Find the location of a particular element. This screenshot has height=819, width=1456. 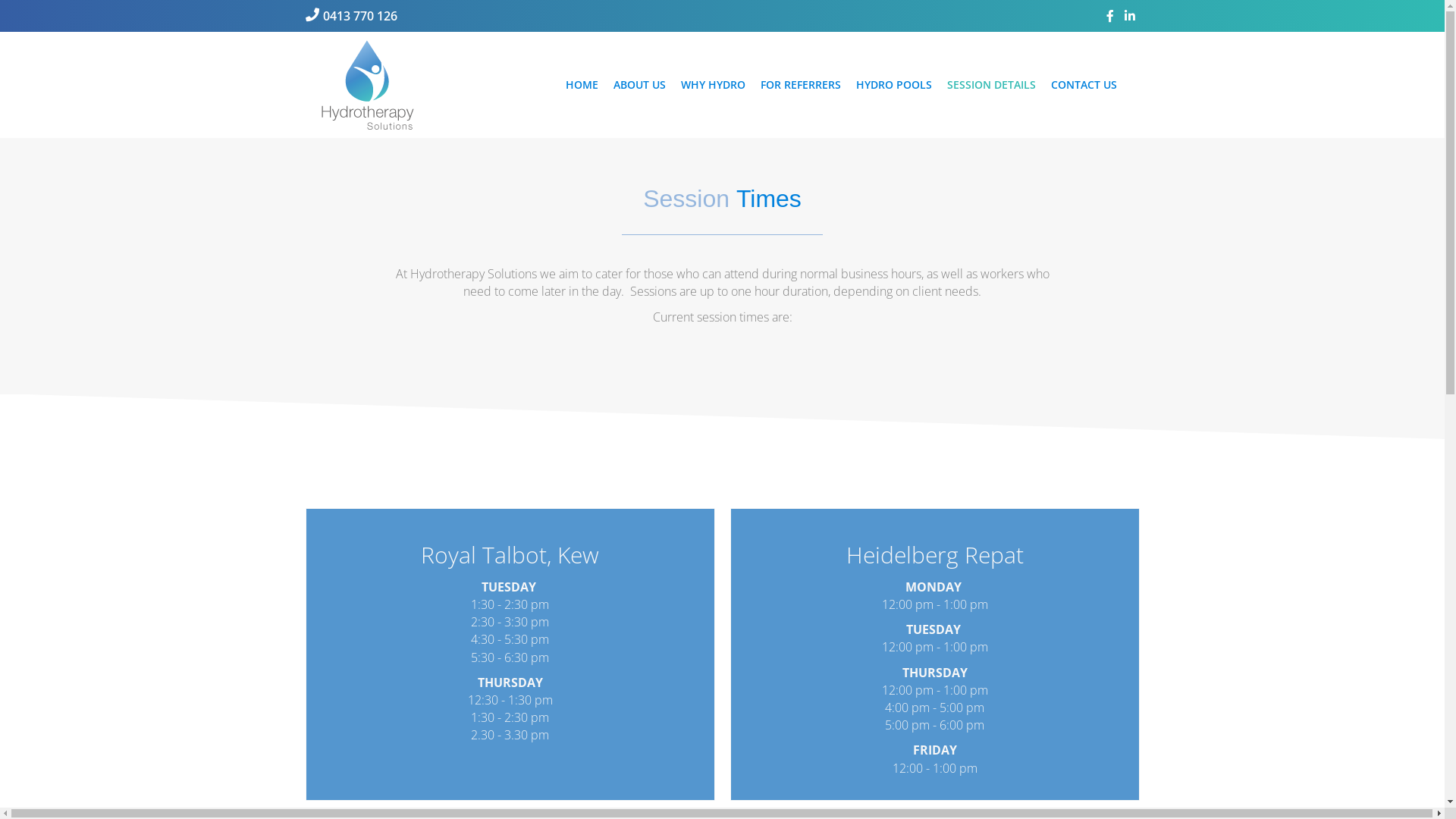

'SESSION DETAILS' is located at coordinates (990, 84).